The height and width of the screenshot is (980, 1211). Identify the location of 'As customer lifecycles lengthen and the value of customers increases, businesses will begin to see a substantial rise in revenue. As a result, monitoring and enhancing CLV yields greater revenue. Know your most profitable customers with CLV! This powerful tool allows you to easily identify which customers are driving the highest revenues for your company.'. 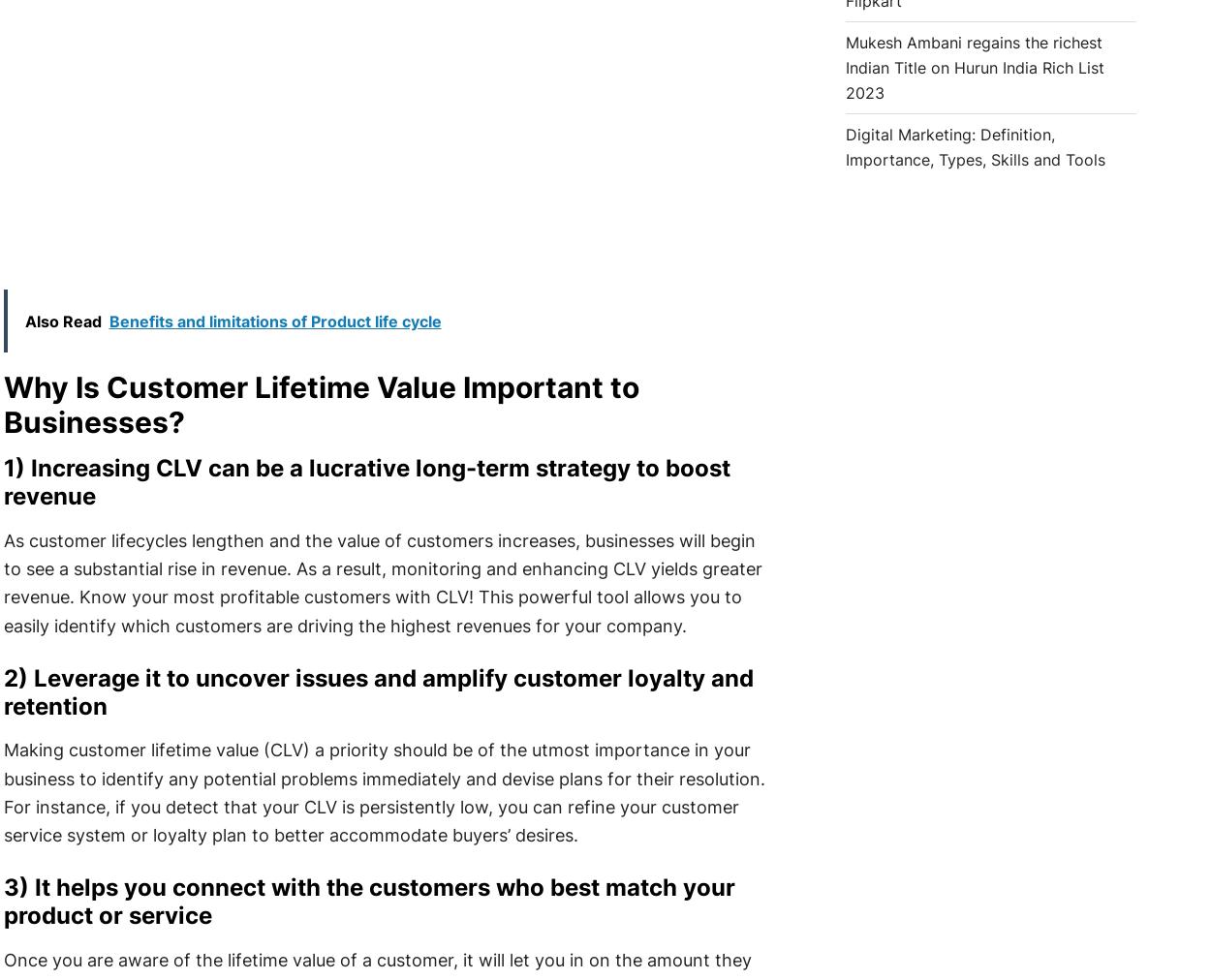
(382, 581).